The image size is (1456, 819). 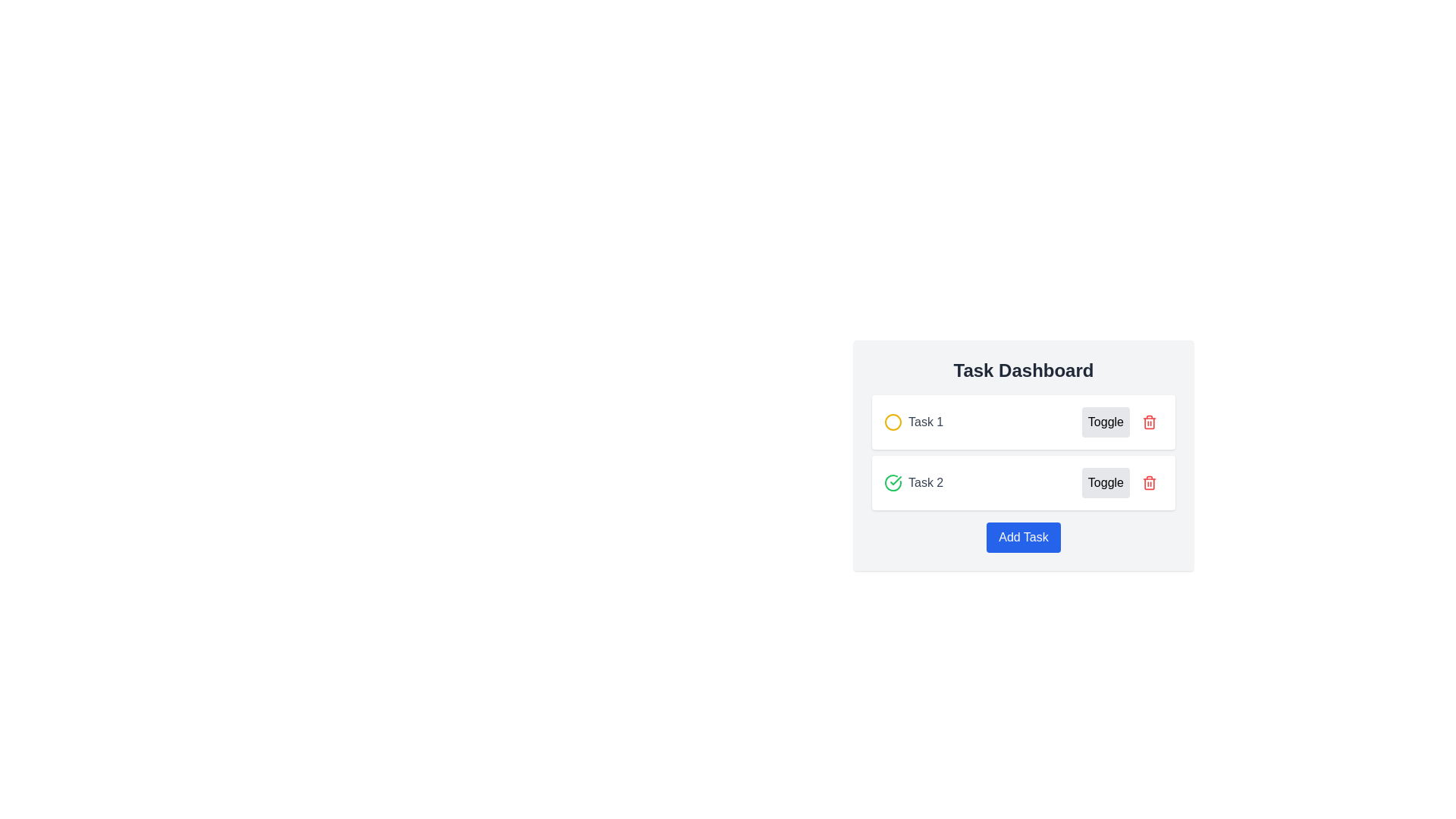 What do you see at coordinates (1150, 423) in the screenshot?
I see `the delete icon located in the center of the trash can icon to initiate a delete action` at bounding box center [1150, 423].